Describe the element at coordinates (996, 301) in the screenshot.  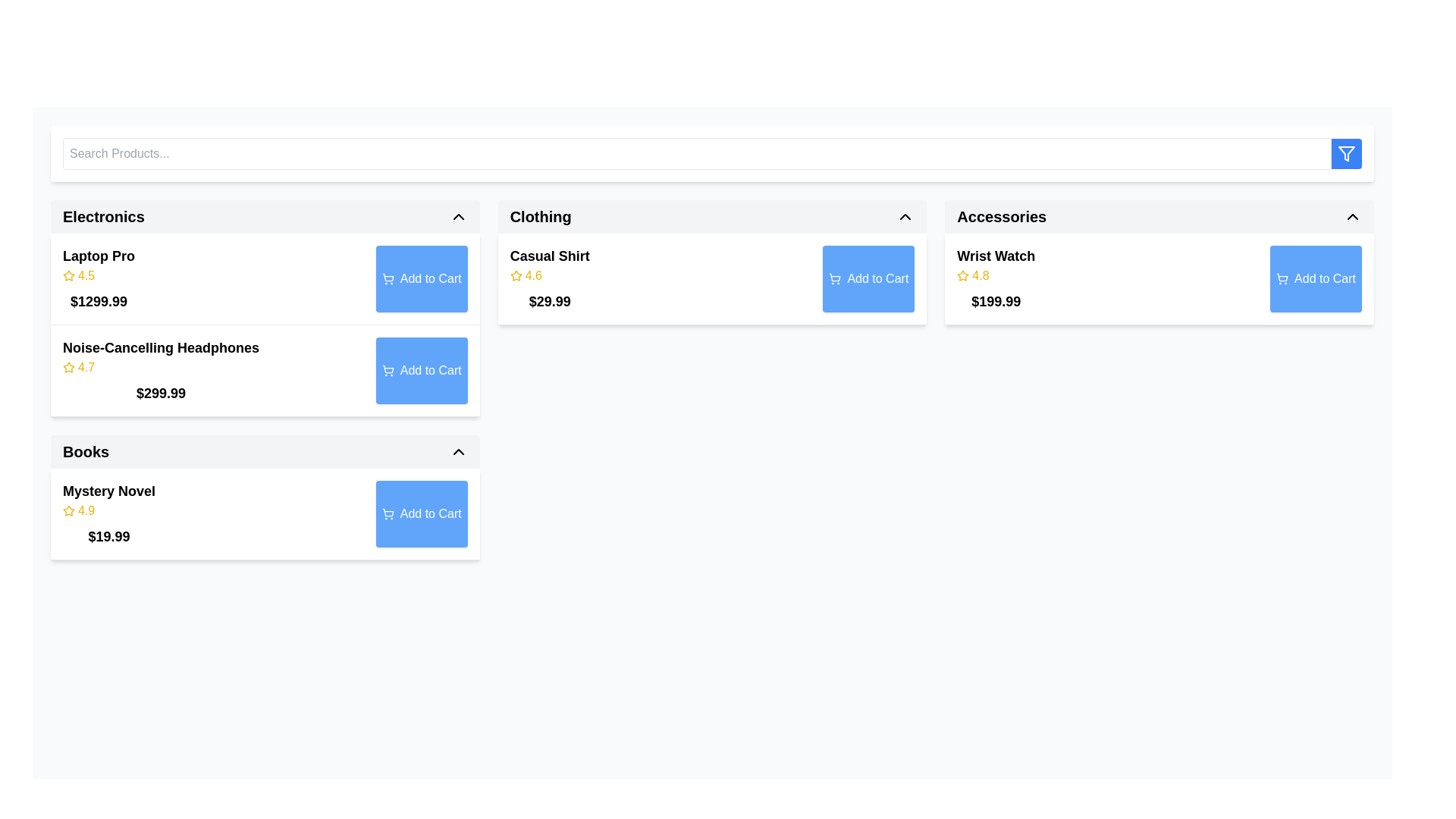
I see `the price display of the item 'Wrist Watch', which is located below the text 'Wrist Watch' and the rating '4.8' in the 'Accessories' section` at that location.